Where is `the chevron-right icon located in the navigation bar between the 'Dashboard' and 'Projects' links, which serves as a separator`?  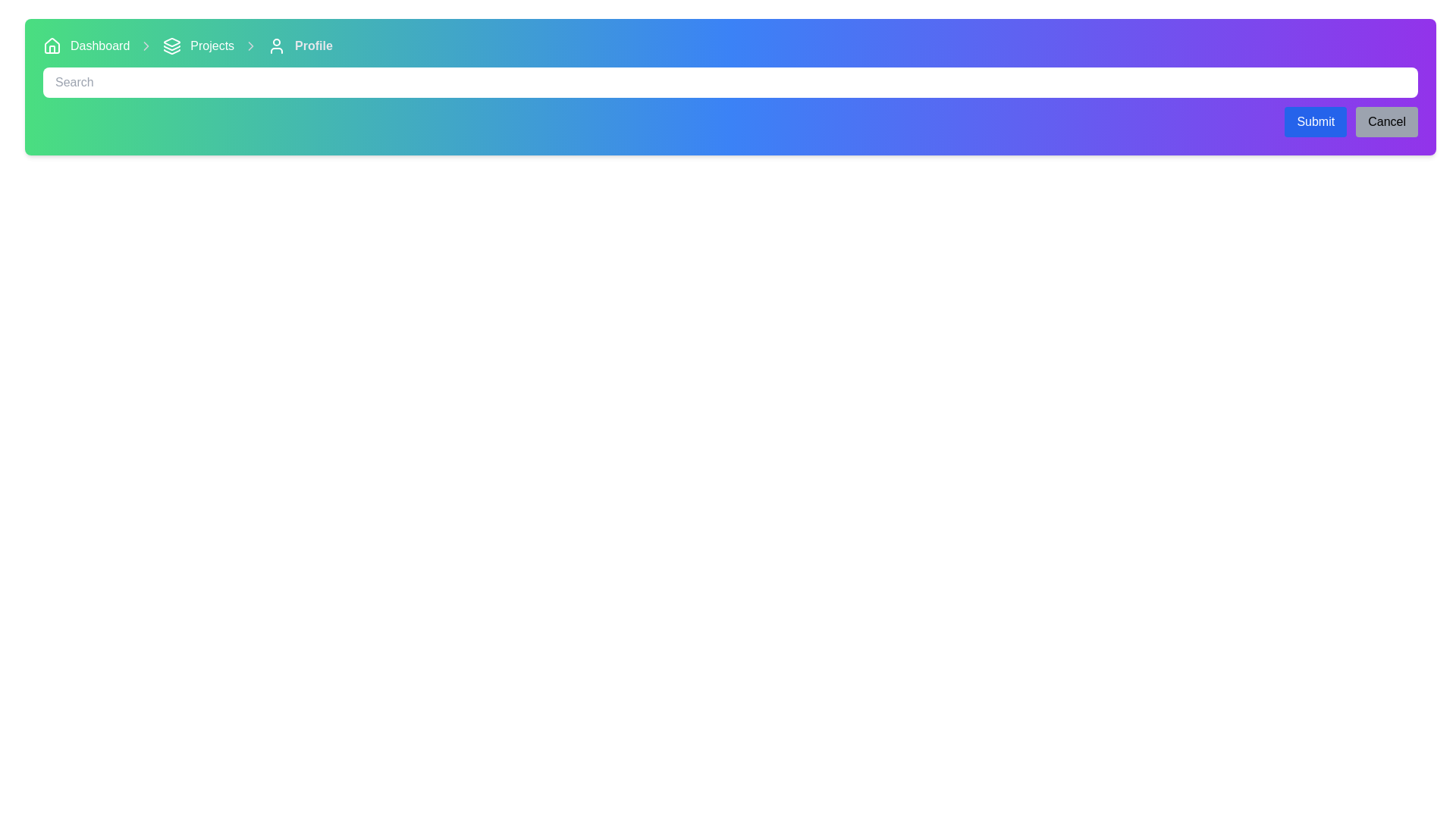 the chevron-right icon located in the navigation bar between the 'Dashboard' and 'Projects' links, which serves as a separator is located at coordinates (146, 45).